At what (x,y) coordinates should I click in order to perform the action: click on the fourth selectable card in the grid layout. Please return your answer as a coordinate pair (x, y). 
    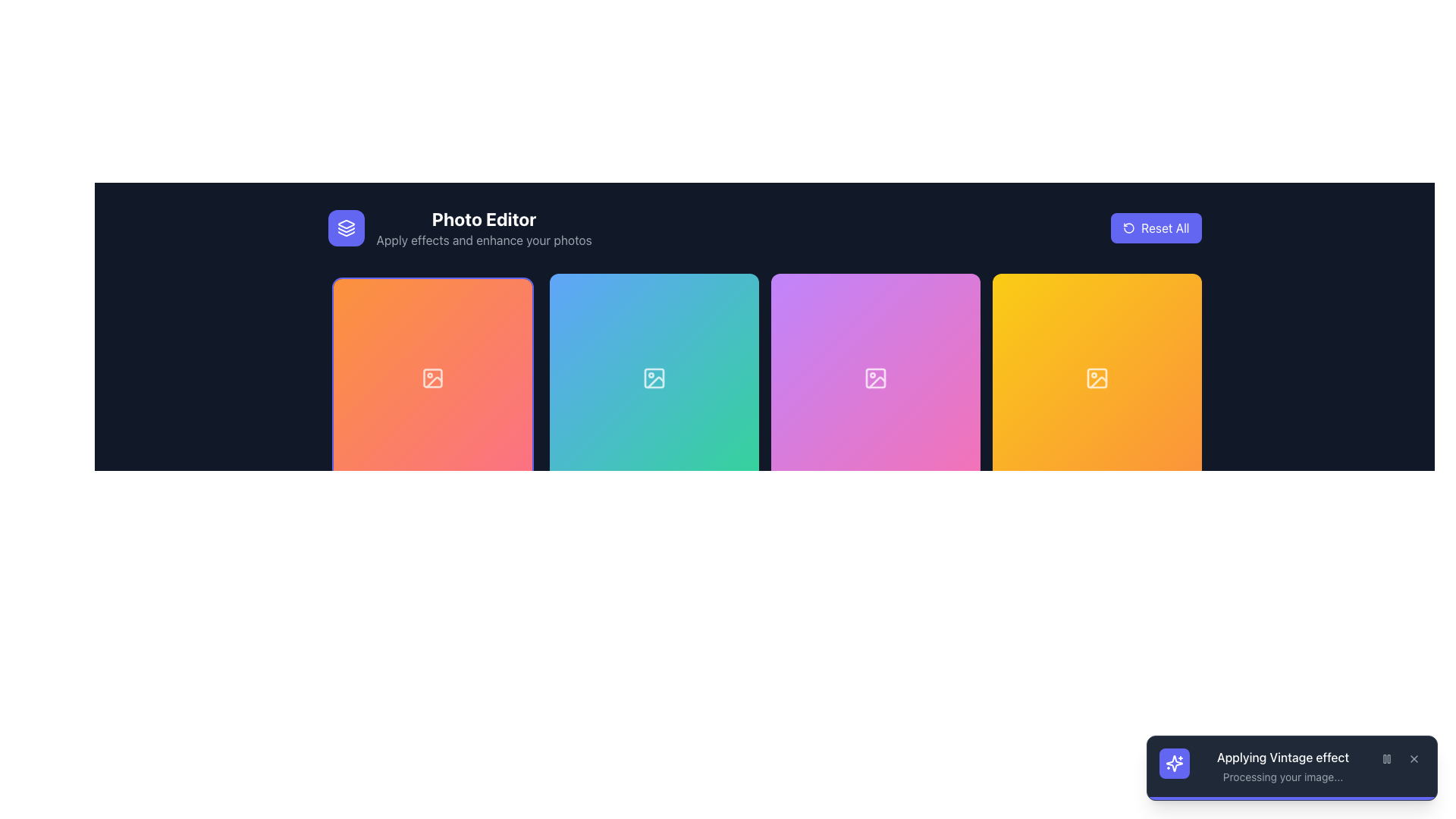
    Looking at the image, I should click on (1097, 377).